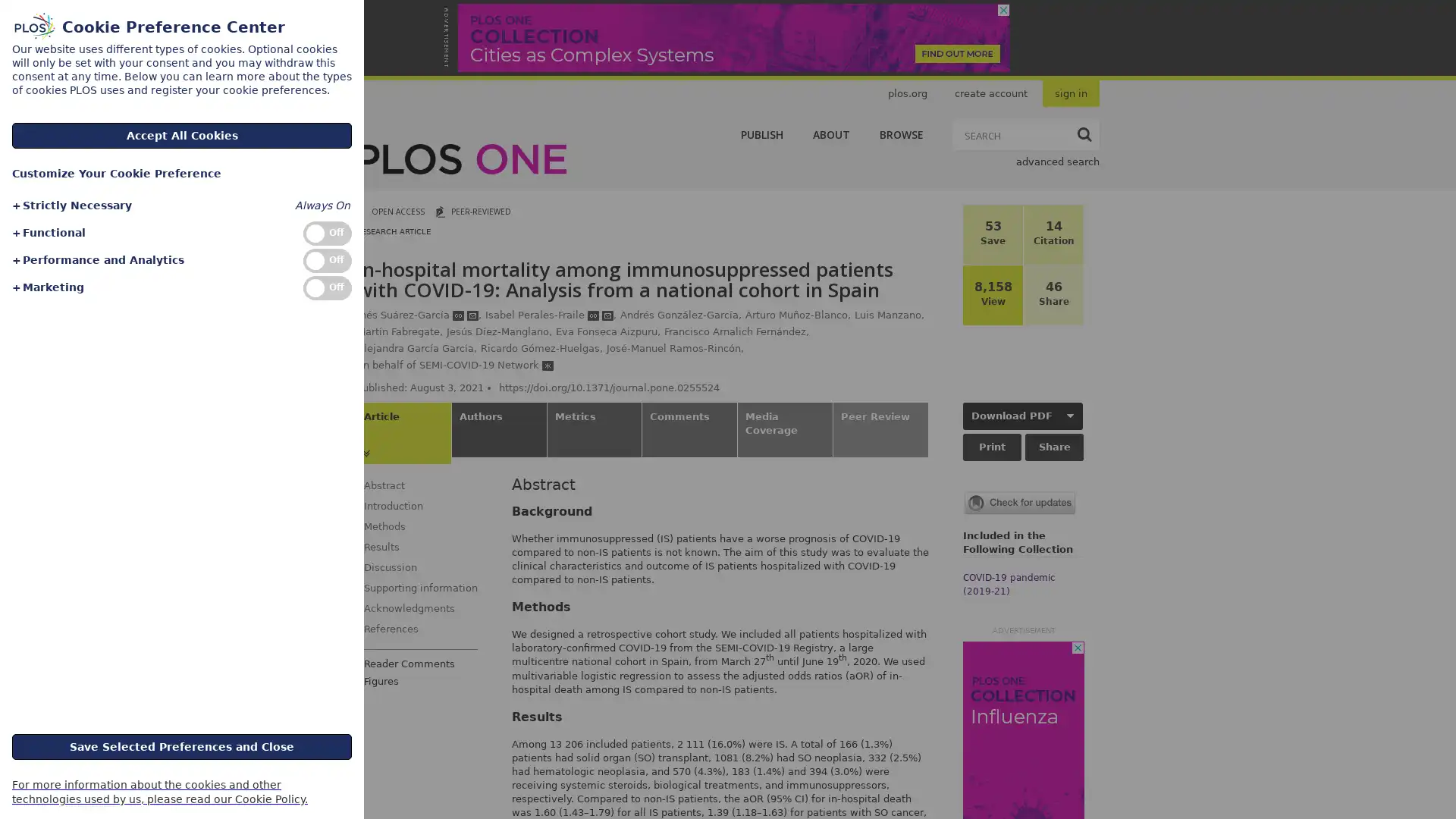 Image resolution: width=1456 pixels, height=819 pixels. What do you see at coordinates (47, 287) in the screenshot?
I see `Toggle explanation of Marketing Cookies.` at bounding box center [47, 287].